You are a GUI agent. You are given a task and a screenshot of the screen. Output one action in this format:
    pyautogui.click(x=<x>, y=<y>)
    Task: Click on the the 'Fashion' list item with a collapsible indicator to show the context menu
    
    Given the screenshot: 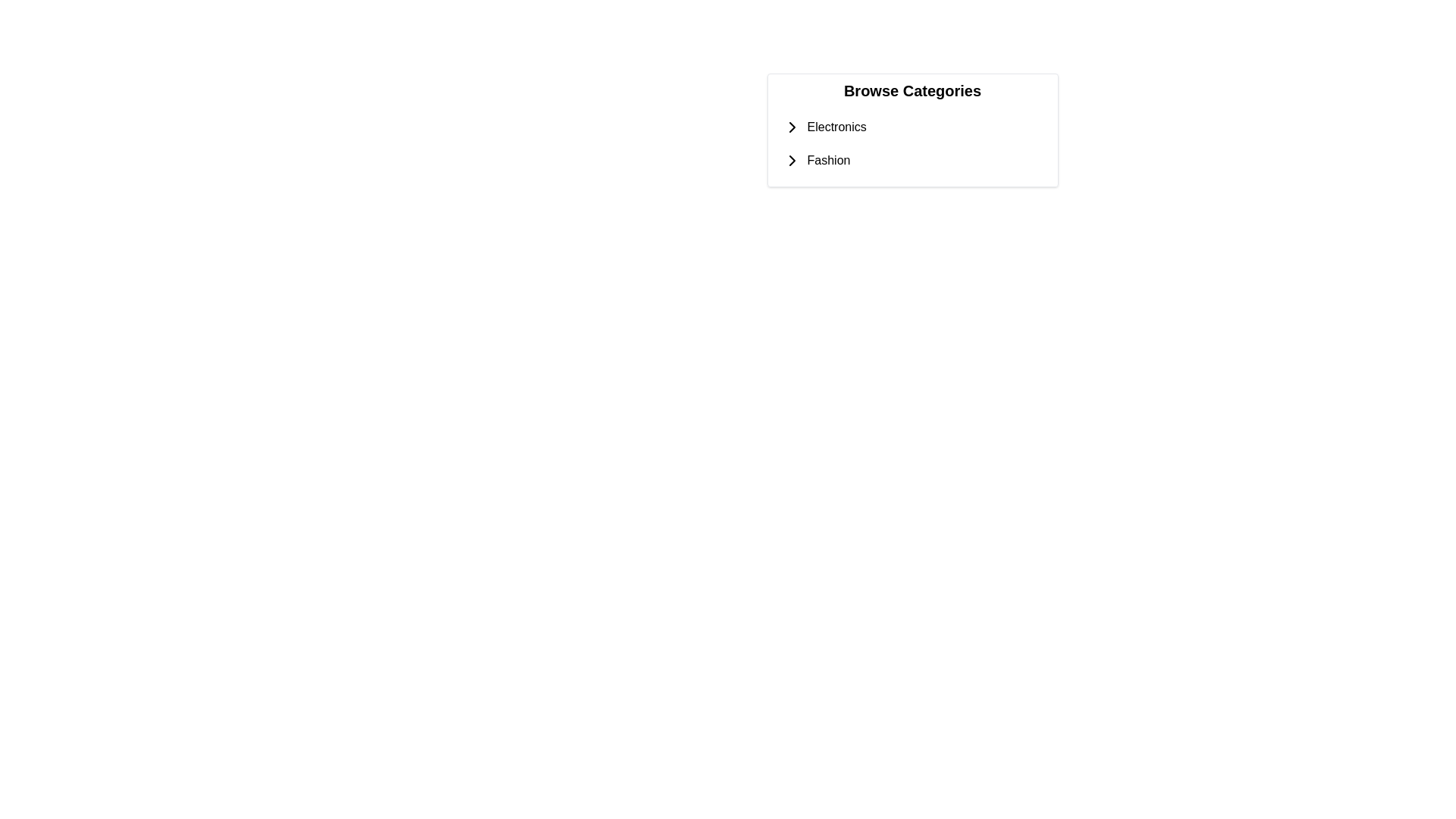 What is the action you would take?
    pyautogui.click(x=912, y=161)
    